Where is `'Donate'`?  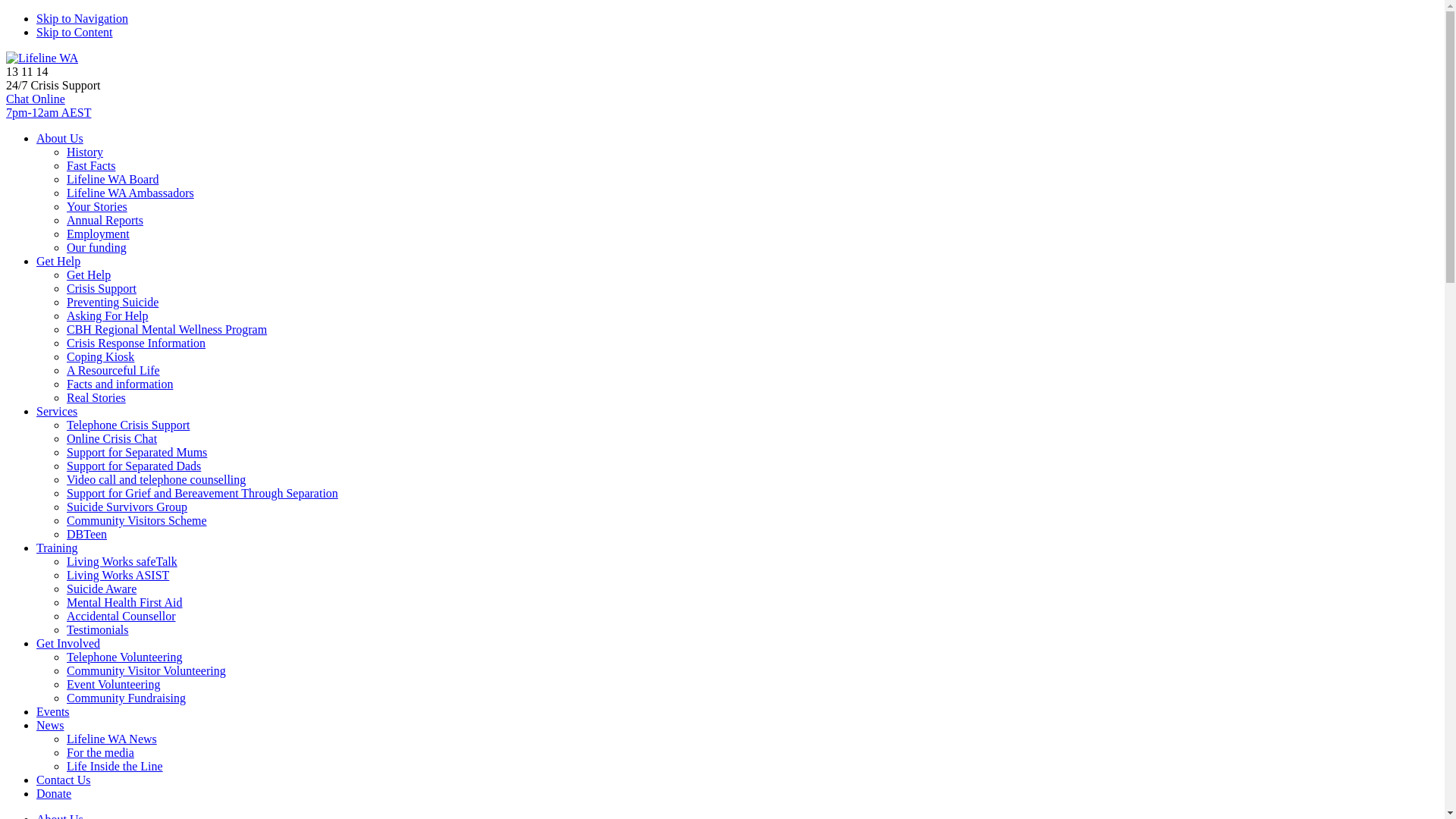 'Donate' is located at coordinates (54, 792).